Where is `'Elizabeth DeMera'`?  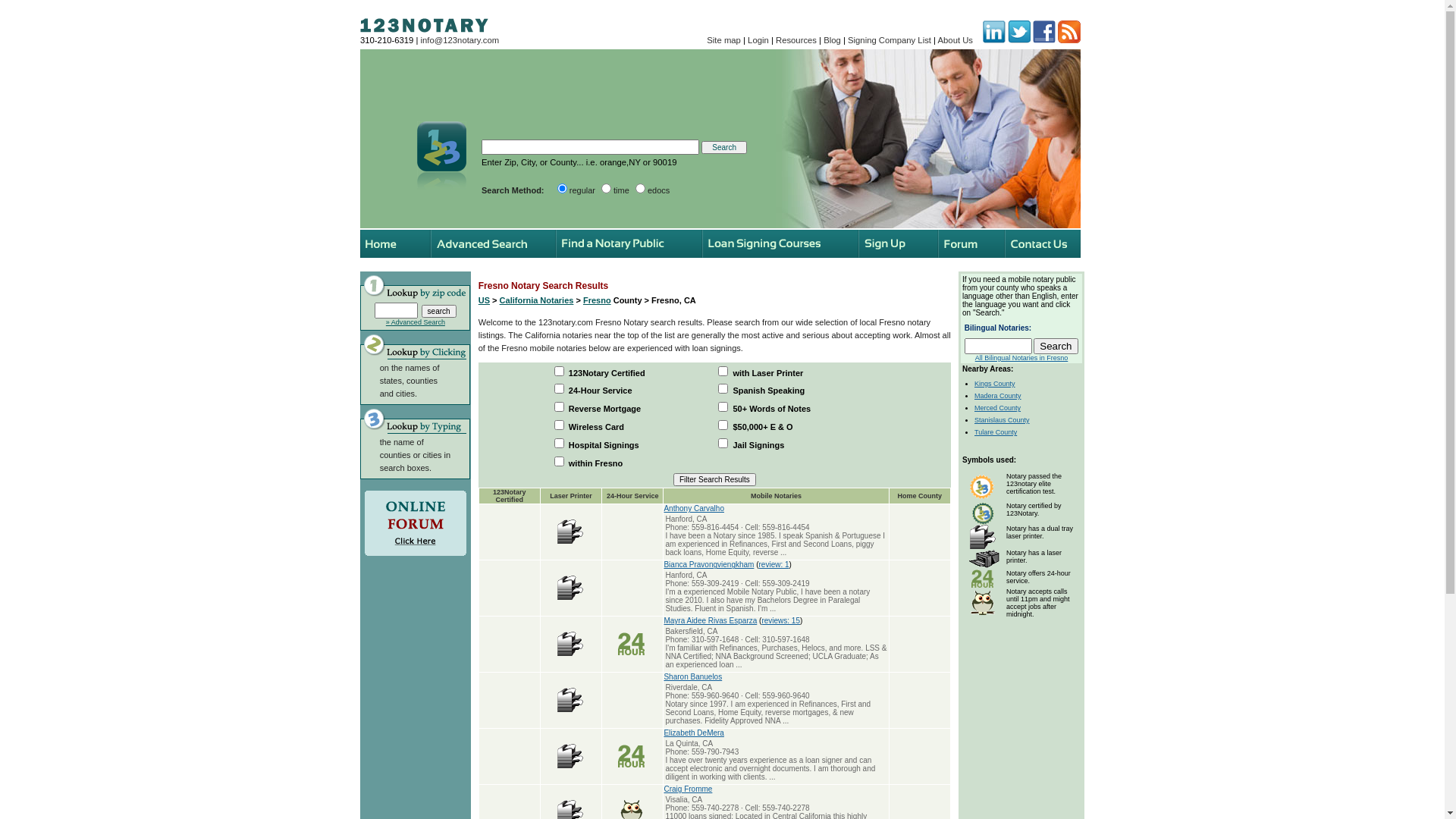 'Elizabeth DeMera' is located at coordinates (663, 732).